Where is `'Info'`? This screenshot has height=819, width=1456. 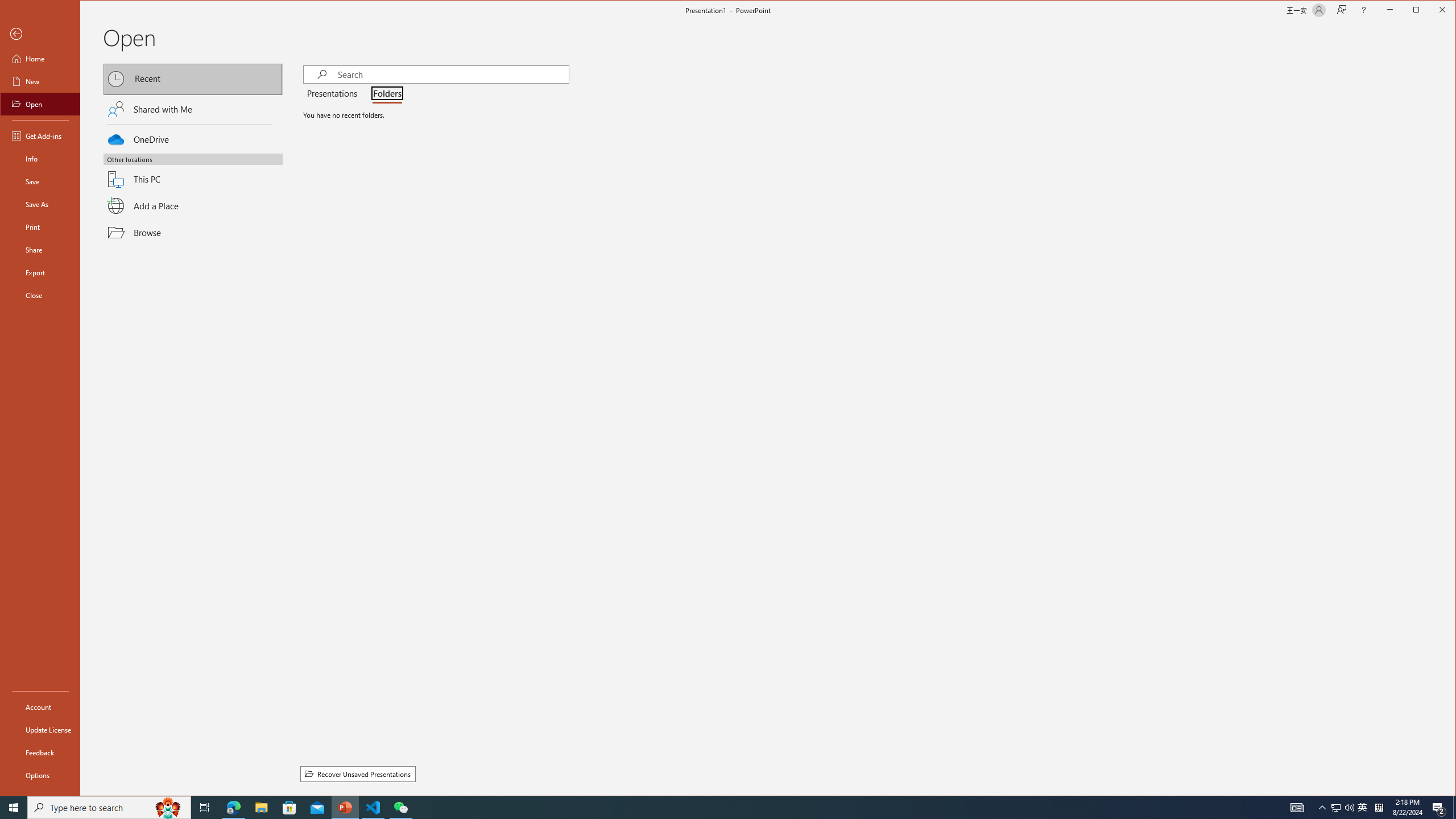 'Info' is located at coordinates (39, 159).